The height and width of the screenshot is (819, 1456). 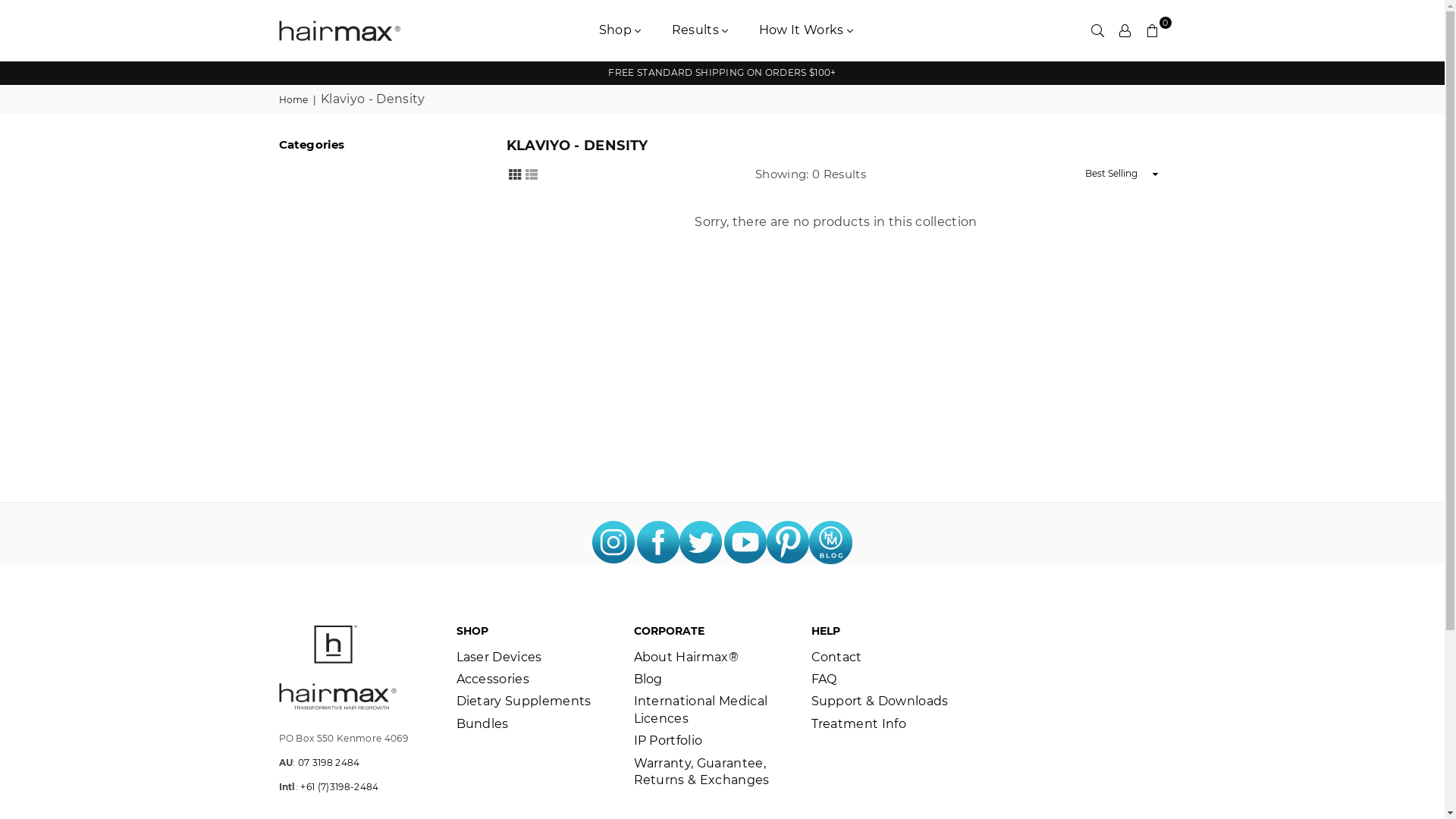 What do you see at coordinates (633, 678) in the screenshot?
I see `'Blog'` at bounding box center [633, 678].